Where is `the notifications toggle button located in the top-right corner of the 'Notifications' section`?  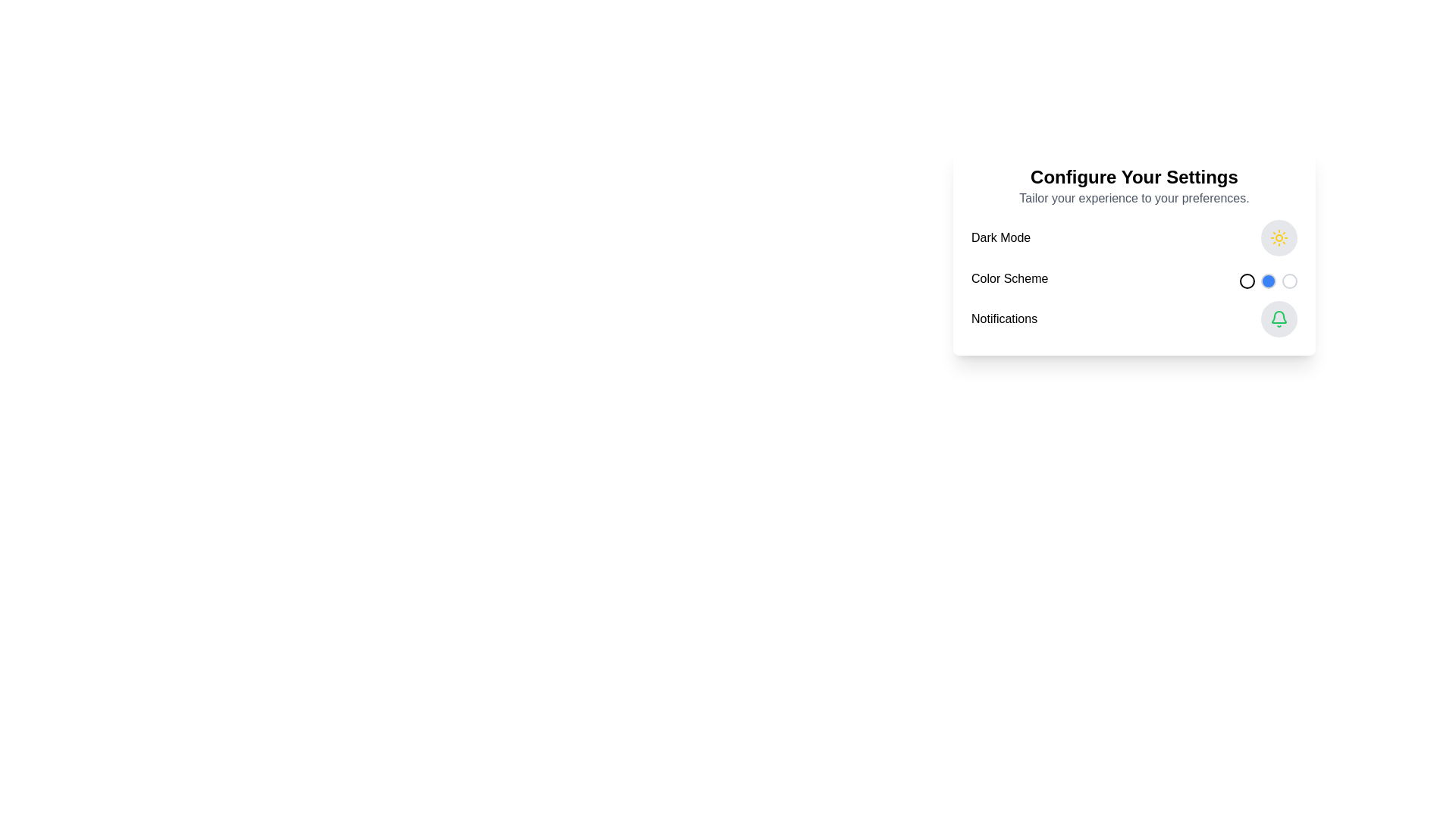
the notifications toggle button located in the top-right corner of the 'Notifications' section is located at coordinates (1278, 318).